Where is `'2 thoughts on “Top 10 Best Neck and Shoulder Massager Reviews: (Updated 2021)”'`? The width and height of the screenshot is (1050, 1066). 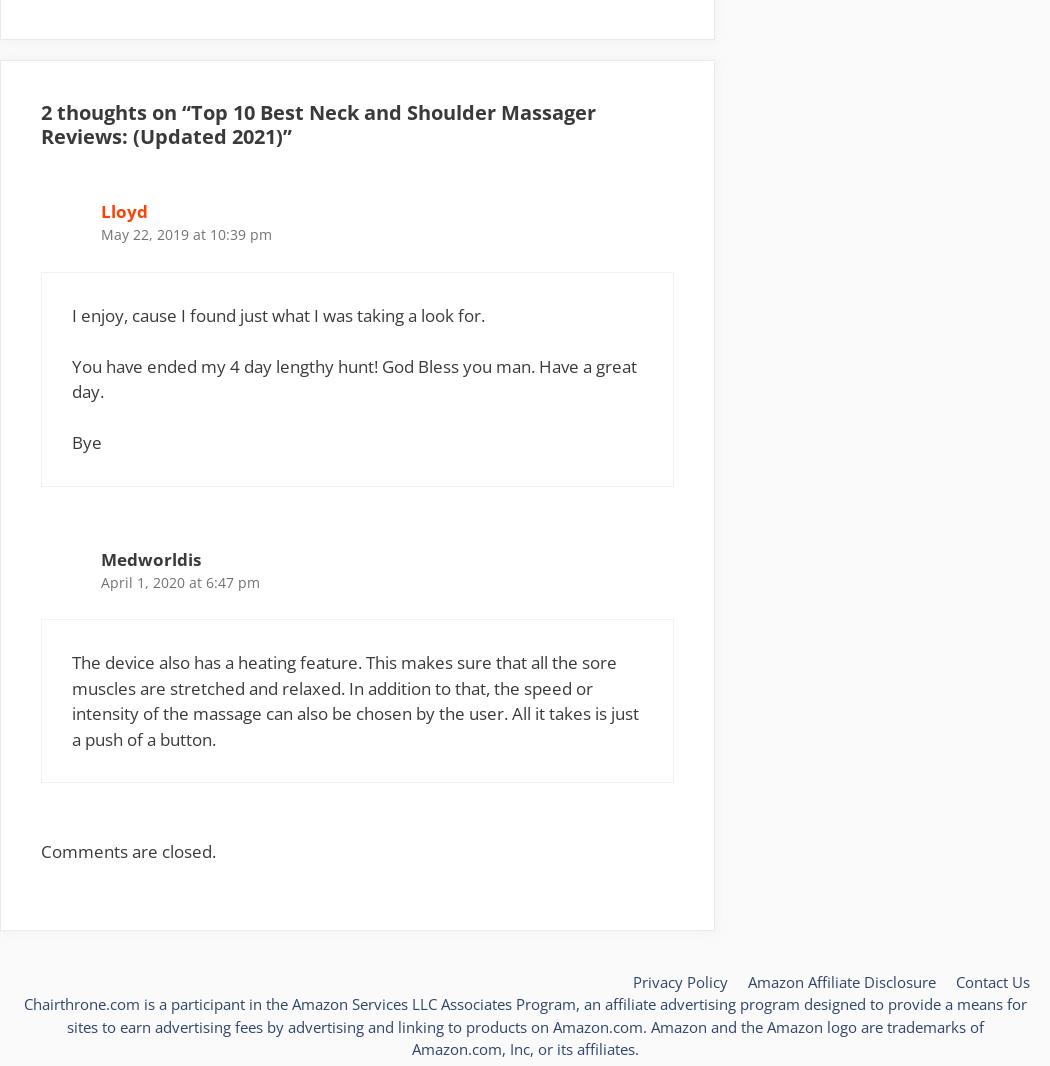 '2 thoughts on “Top 10 Best Neck and Shoulder Massager Reviews: (Updated 2021)”' is located at coordinates (39, 122).